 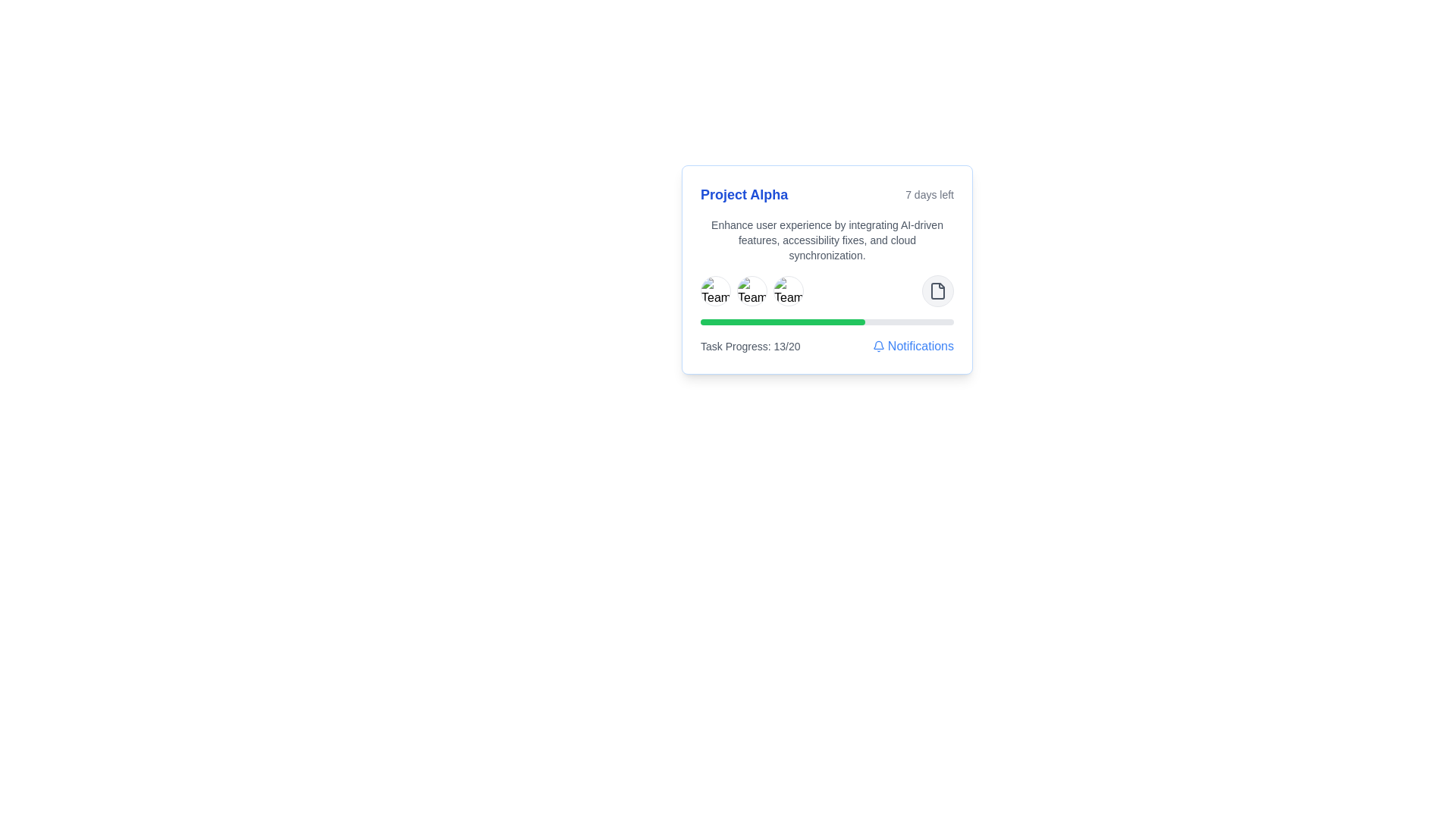 I want to click on the first avatar image labeled 'Team', so click(x=715, y=291).